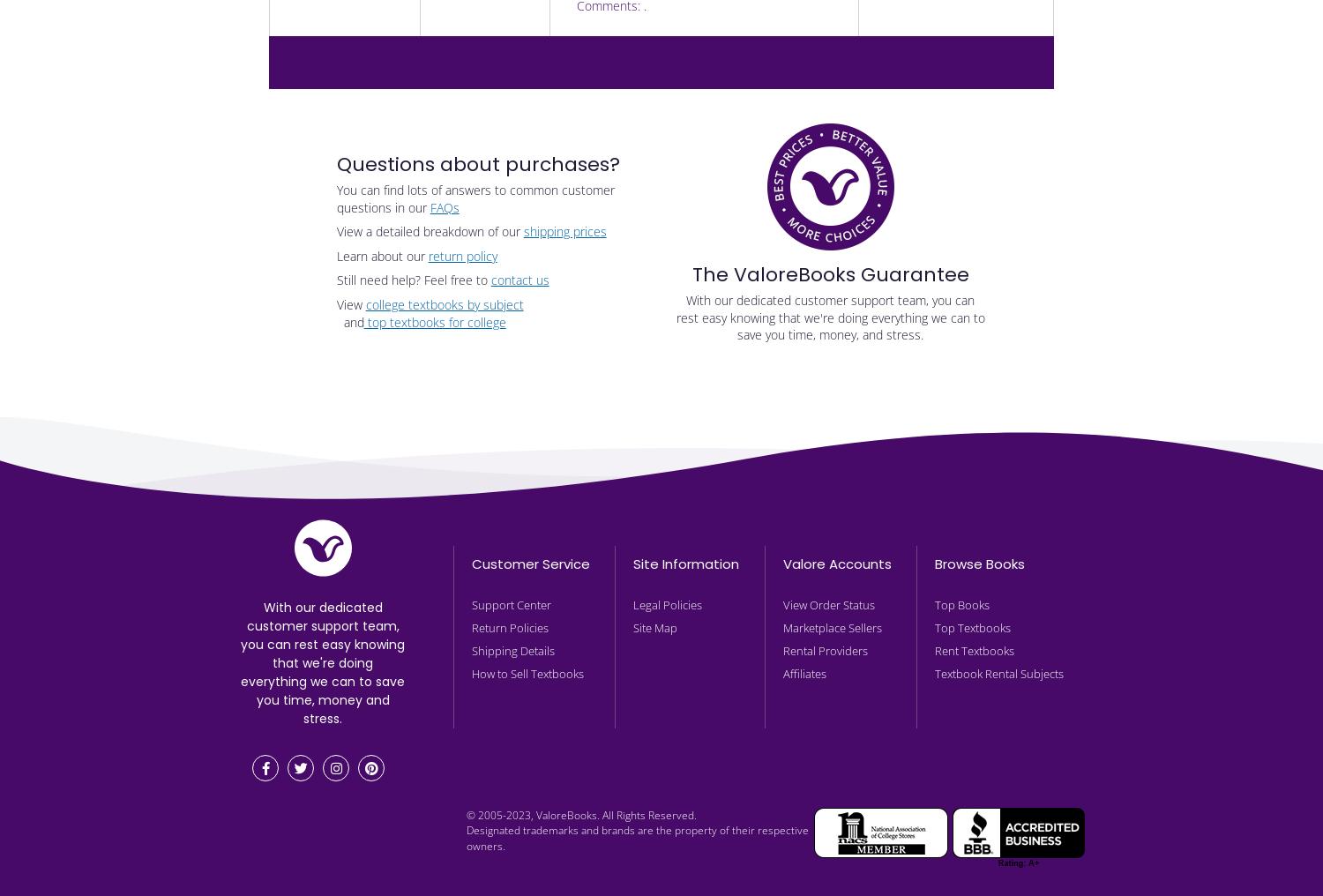  What do you see at coordinates (444, 206) in the screenshot?
I see `'FAQs'` at bounding box center [444, 206].